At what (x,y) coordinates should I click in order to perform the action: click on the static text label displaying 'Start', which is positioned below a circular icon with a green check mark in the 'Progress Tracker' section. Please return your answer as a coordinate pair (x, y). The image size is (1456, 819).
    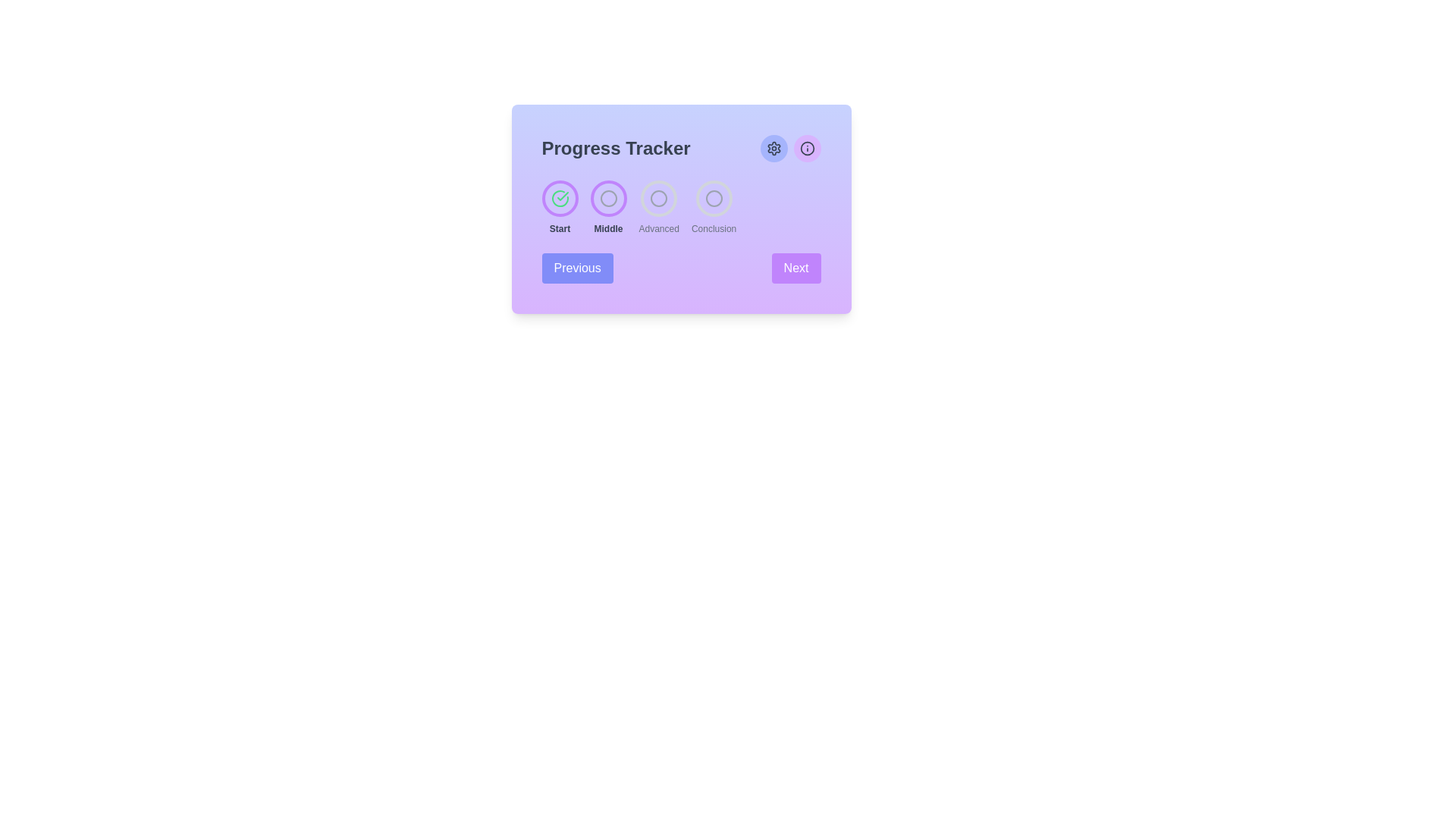
    Looking at the image, I should click on (559, 228).